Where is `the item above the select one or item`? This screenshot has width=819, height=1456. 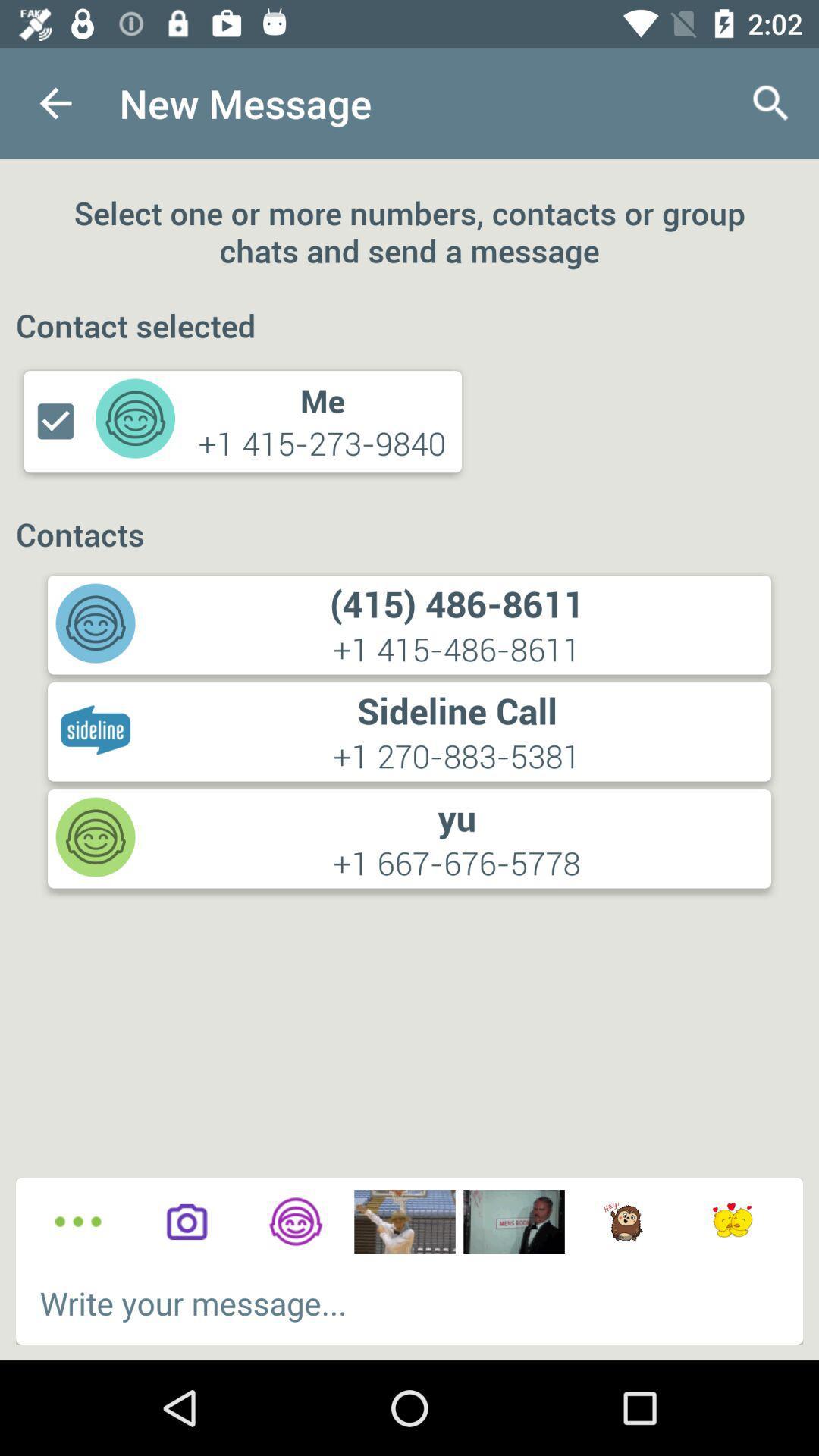 the item above the select one or item is located at coordinates (771, 102).